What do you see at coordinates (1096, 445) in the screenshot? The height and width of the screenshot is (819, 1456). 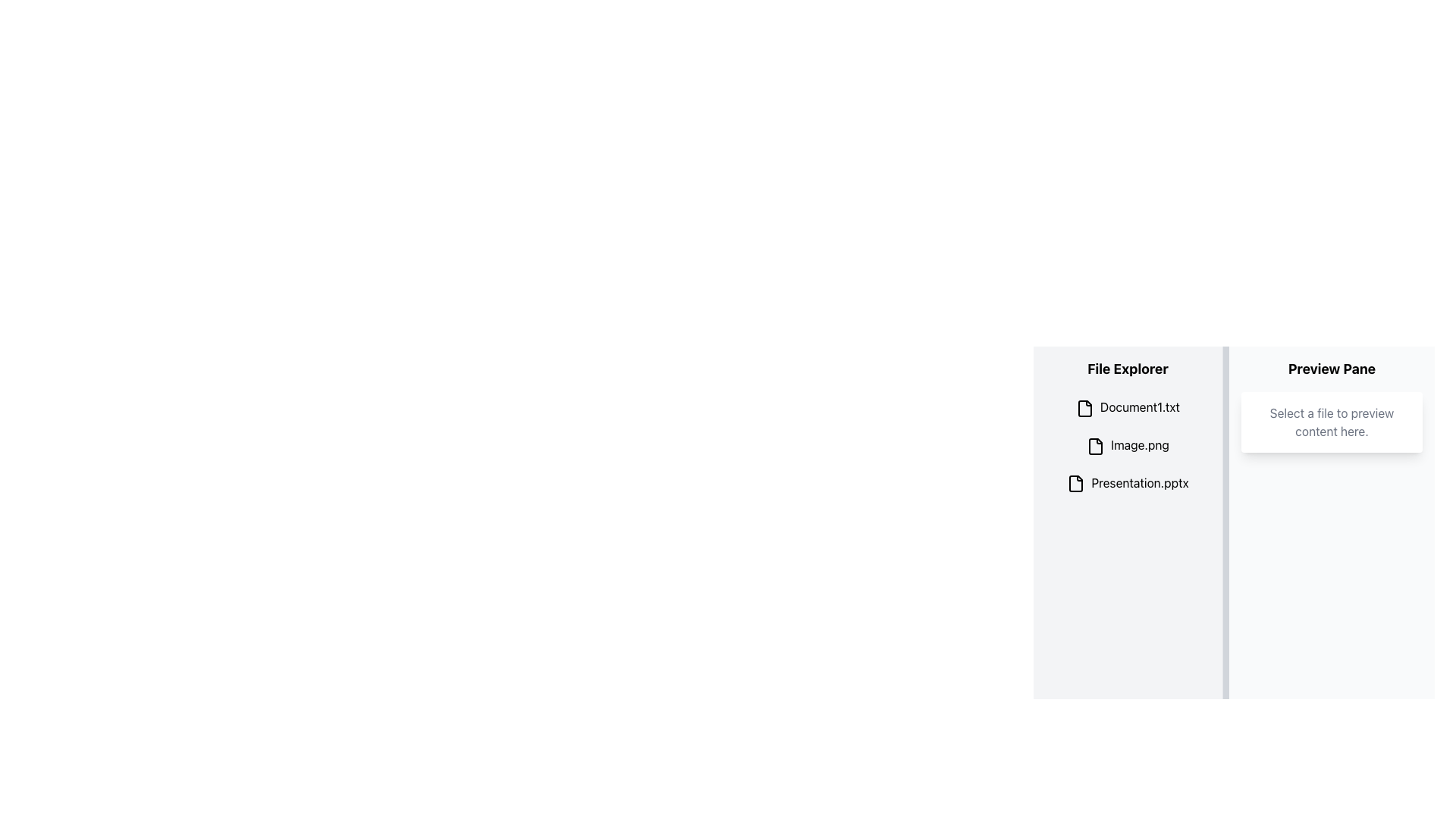 I see `the first file icon labeled 'Image.png' in the 'File Explorer' section` at bounding box center [1096, 445].